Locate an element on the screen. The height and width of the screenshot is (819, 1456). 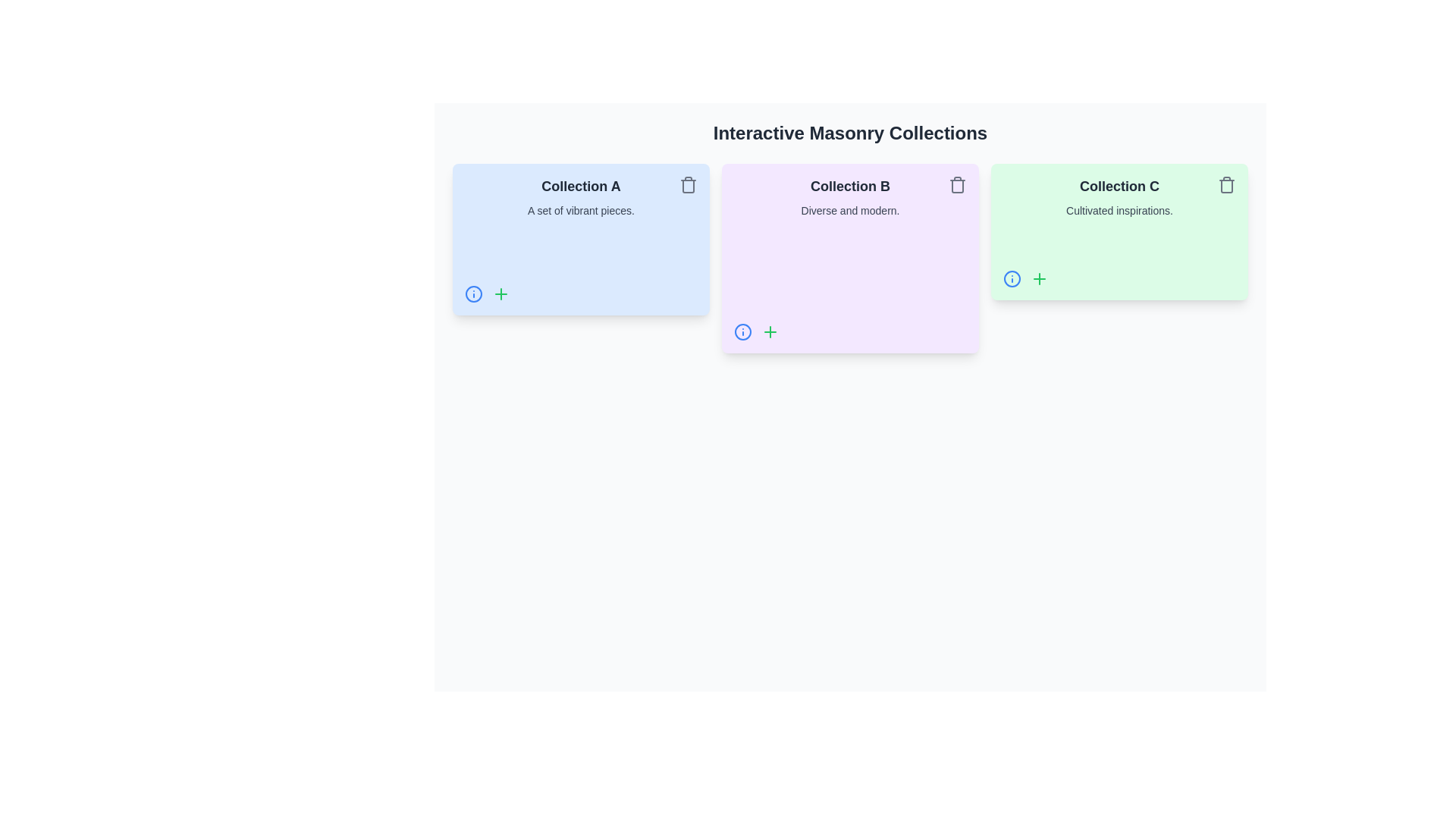
text from the text block displaying 'Collection B' with the subtext 'Diverse and modern.' which is centrally aligned within a rounded rectangular card with a soft purple background is located at coordinates (850, 196).